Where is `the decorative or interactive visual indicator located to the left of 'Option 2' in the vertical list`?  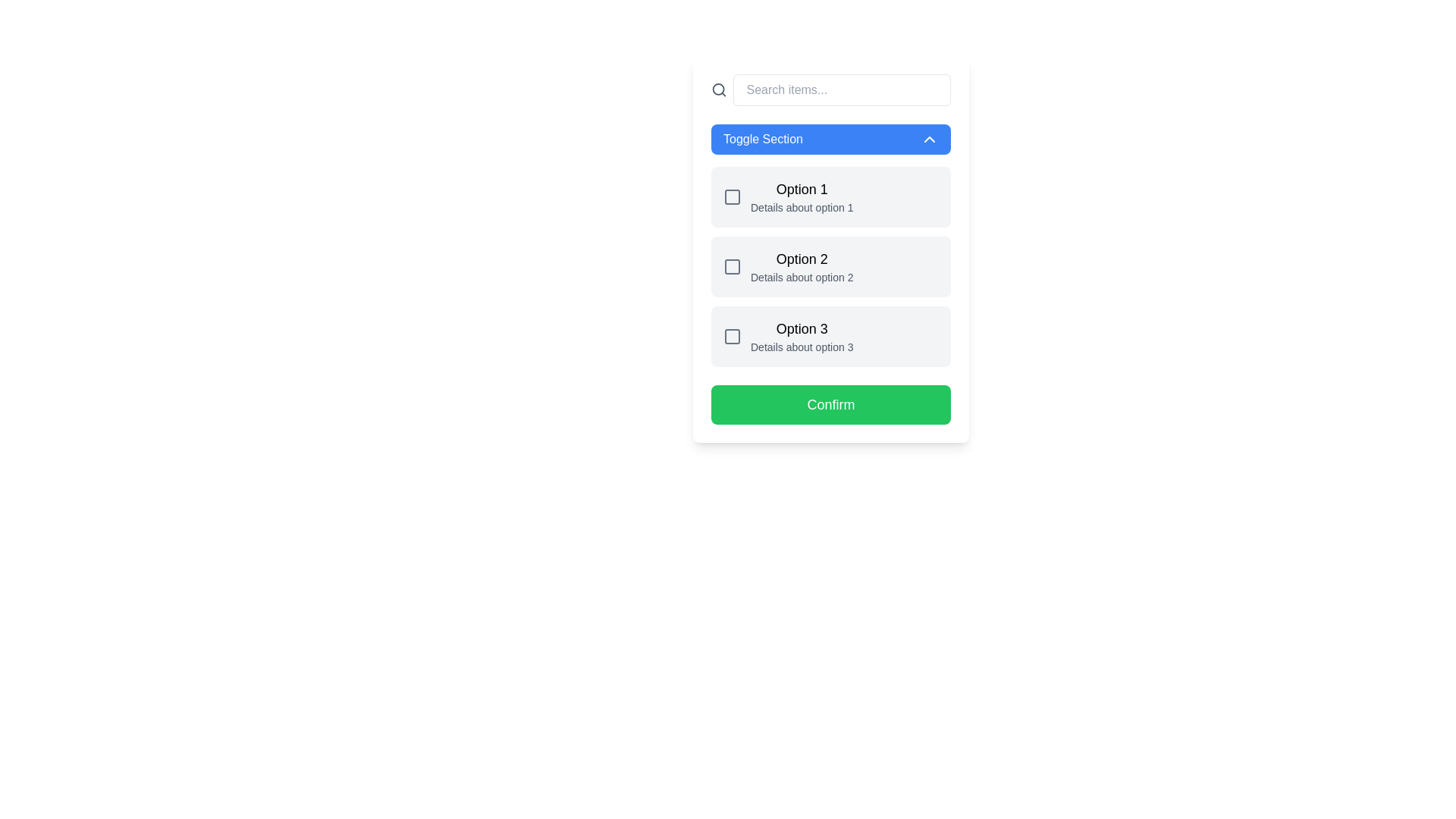 the decorative or interactive visual indicator located to the left of 'Option 2' in the vertical list is located at coordinates (732, 265).